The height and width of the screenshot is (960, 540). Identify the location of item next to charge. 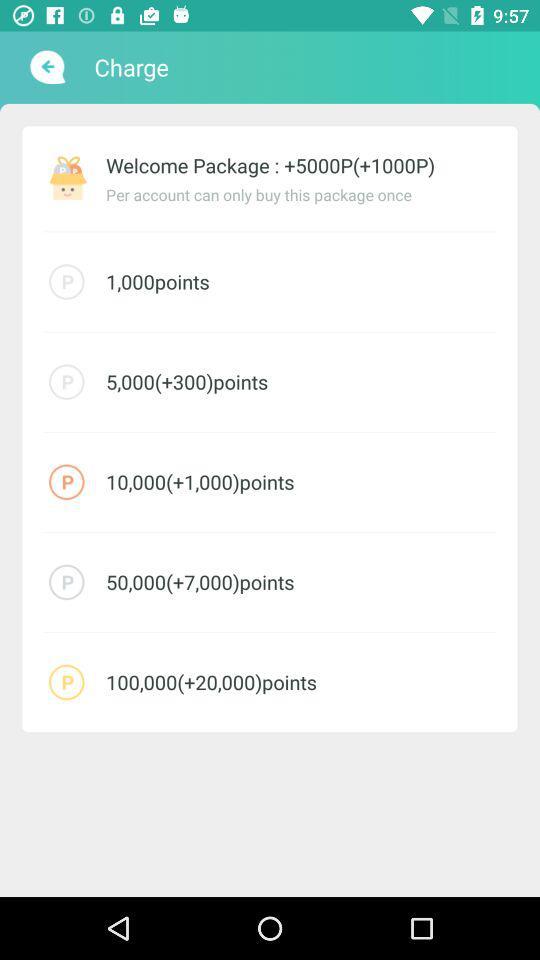
(45, 67).